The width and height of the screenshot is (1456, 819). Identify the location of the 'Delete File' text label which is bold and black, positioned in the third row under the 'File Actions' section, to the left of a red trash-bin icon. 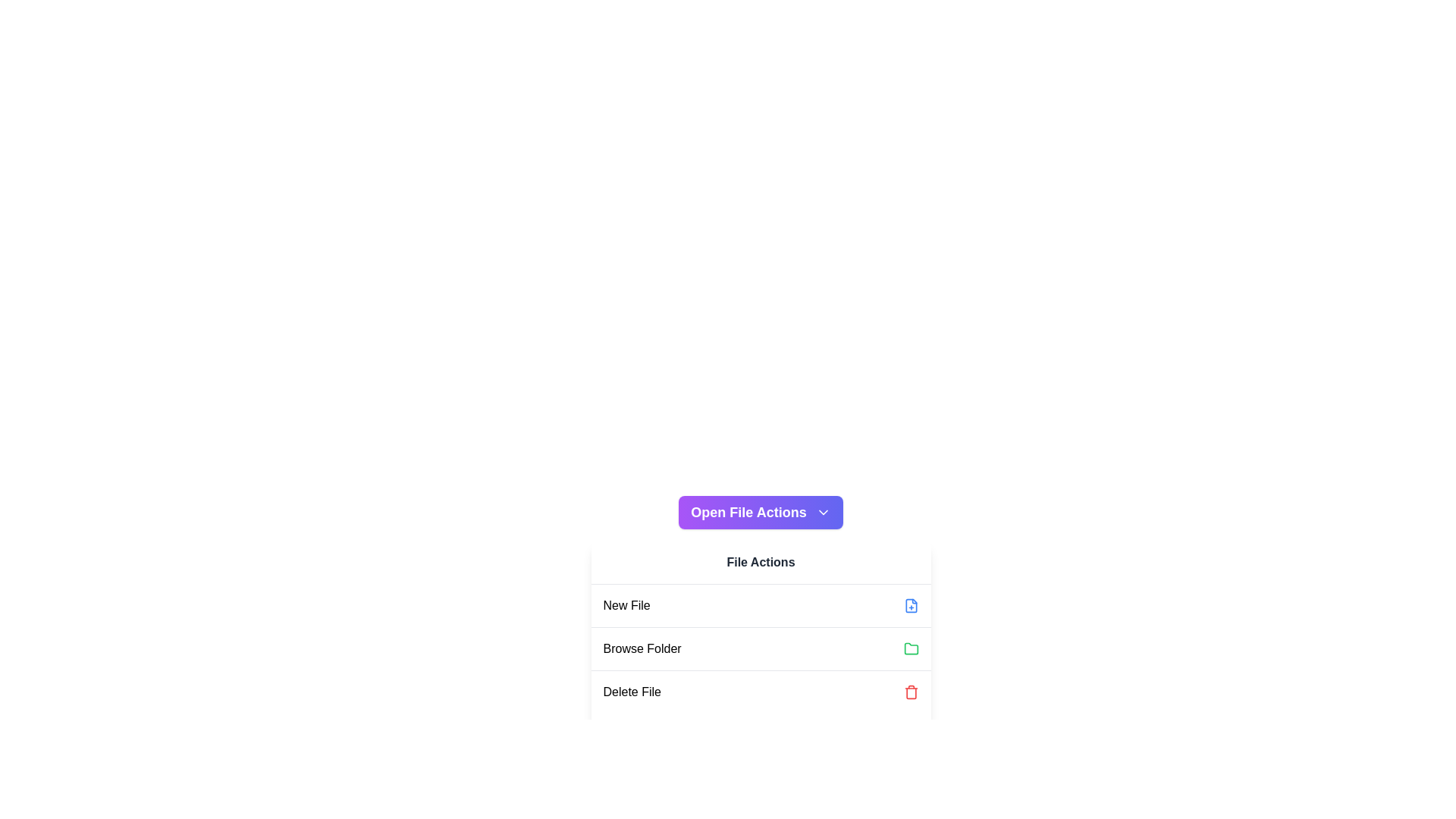
(632, 692).